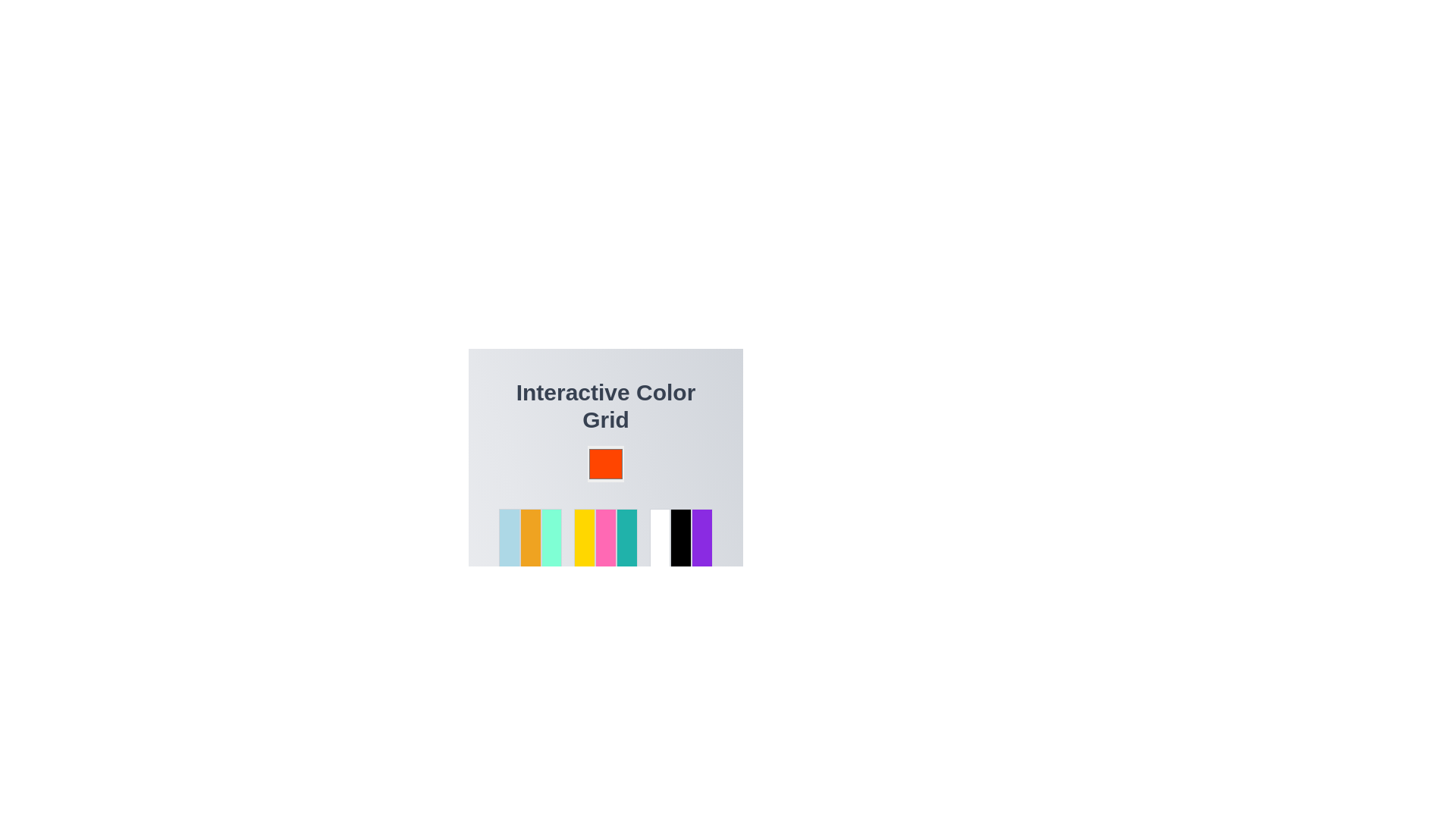  Describe the element at coordinates (604, 463) in the screenshot. I see `the square-shaped color block with a solid orange fill located below the title 'Interactive Color Grid'` at that location.